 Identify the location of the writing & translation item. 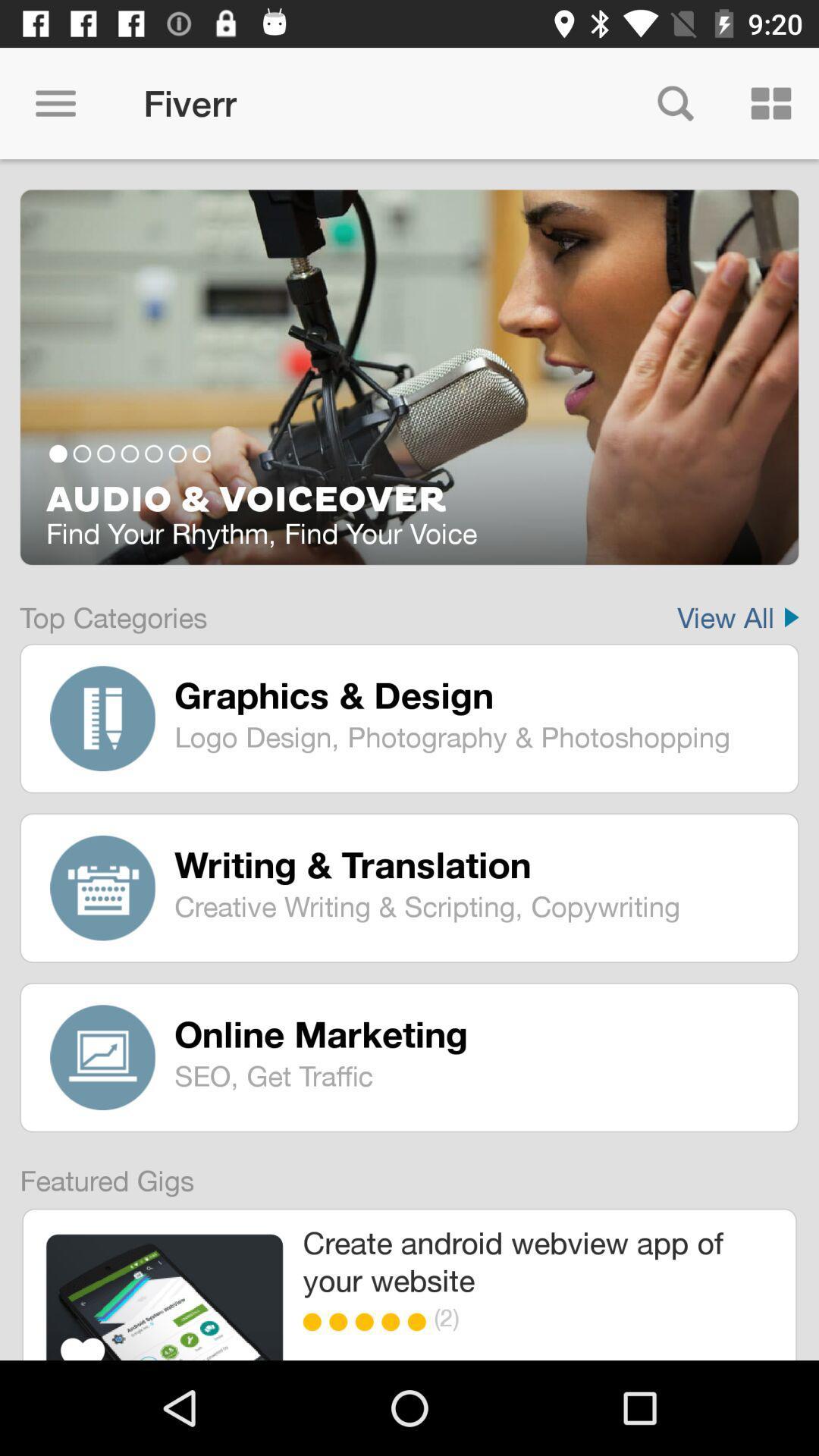
(475, 864).